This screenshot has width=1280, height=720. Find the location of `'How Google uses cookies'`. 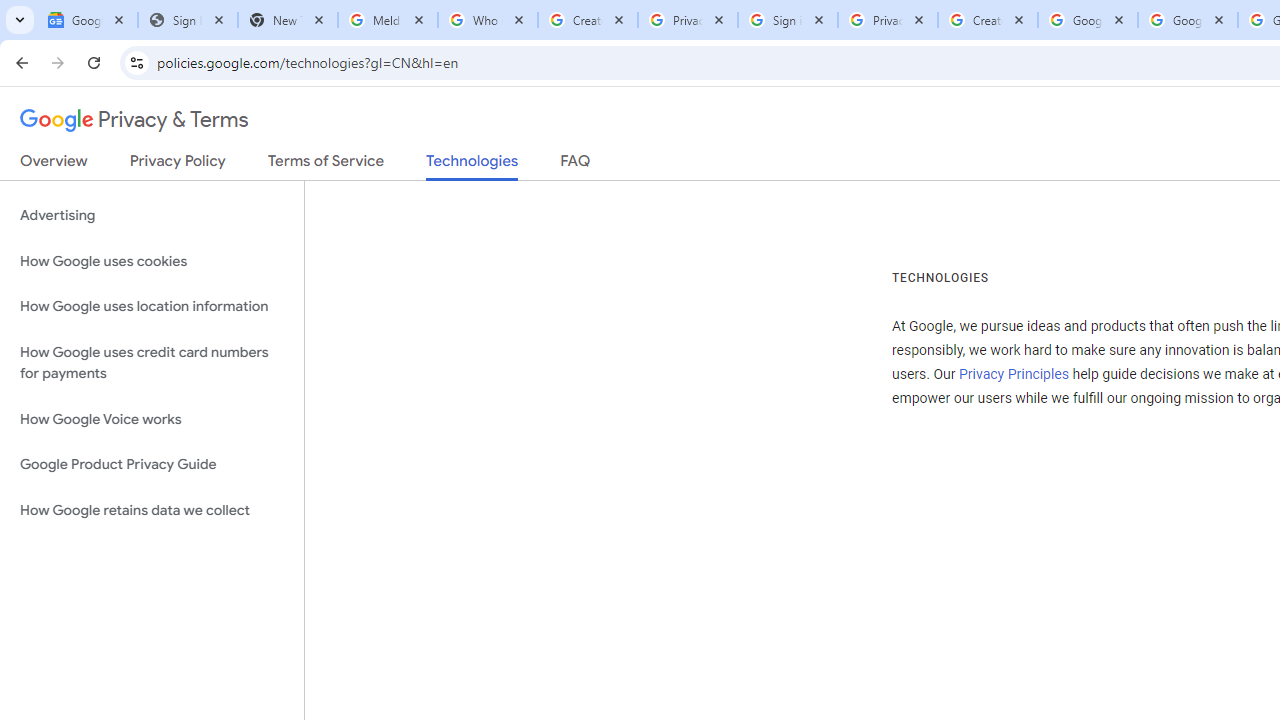

'How Google uses cookies' is located at coordinates (151, 260).